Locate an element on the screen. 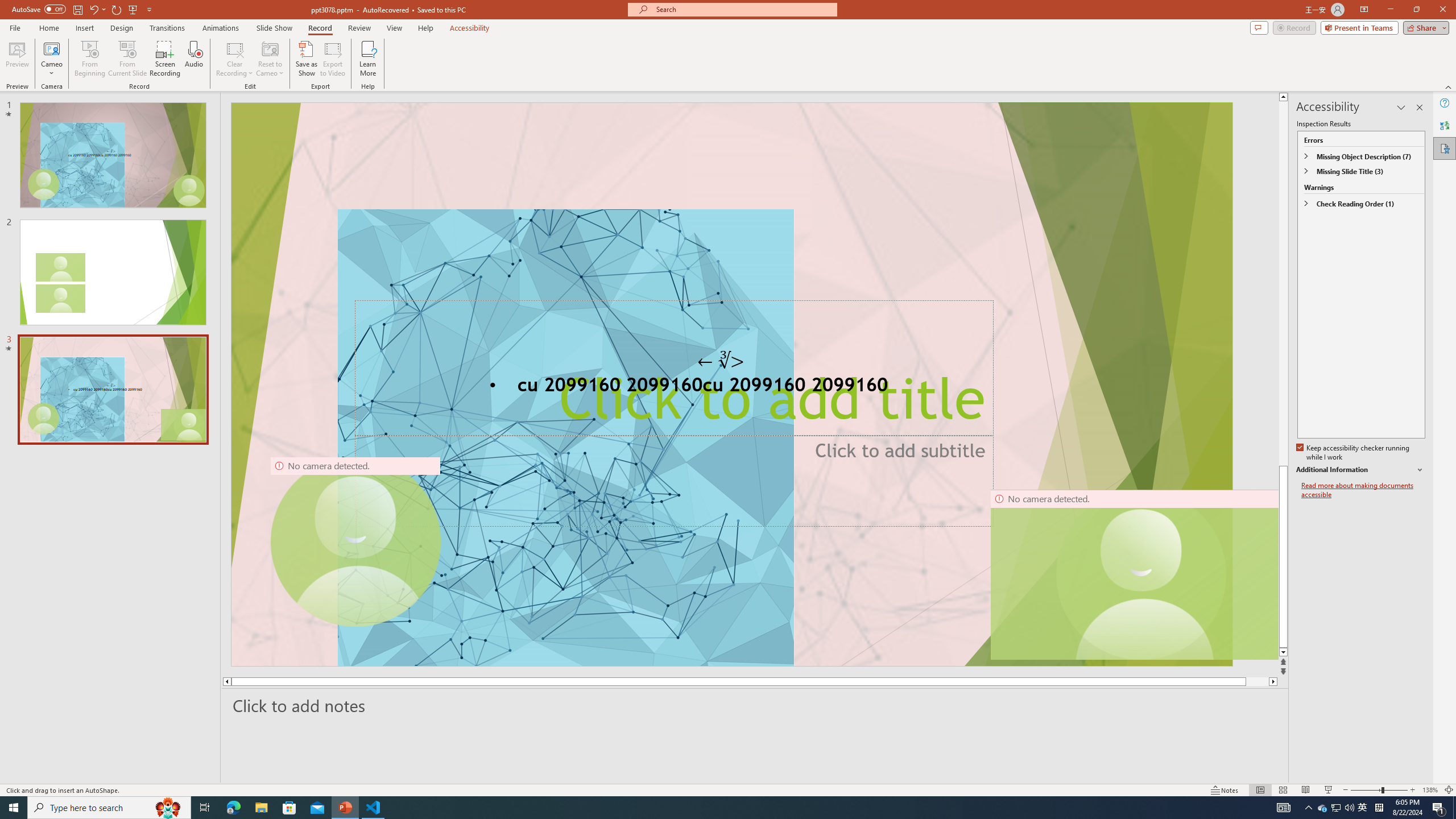 This screenshot has width=1456, height=819. 'From Beginning...' is located at coordinates (89, 59).